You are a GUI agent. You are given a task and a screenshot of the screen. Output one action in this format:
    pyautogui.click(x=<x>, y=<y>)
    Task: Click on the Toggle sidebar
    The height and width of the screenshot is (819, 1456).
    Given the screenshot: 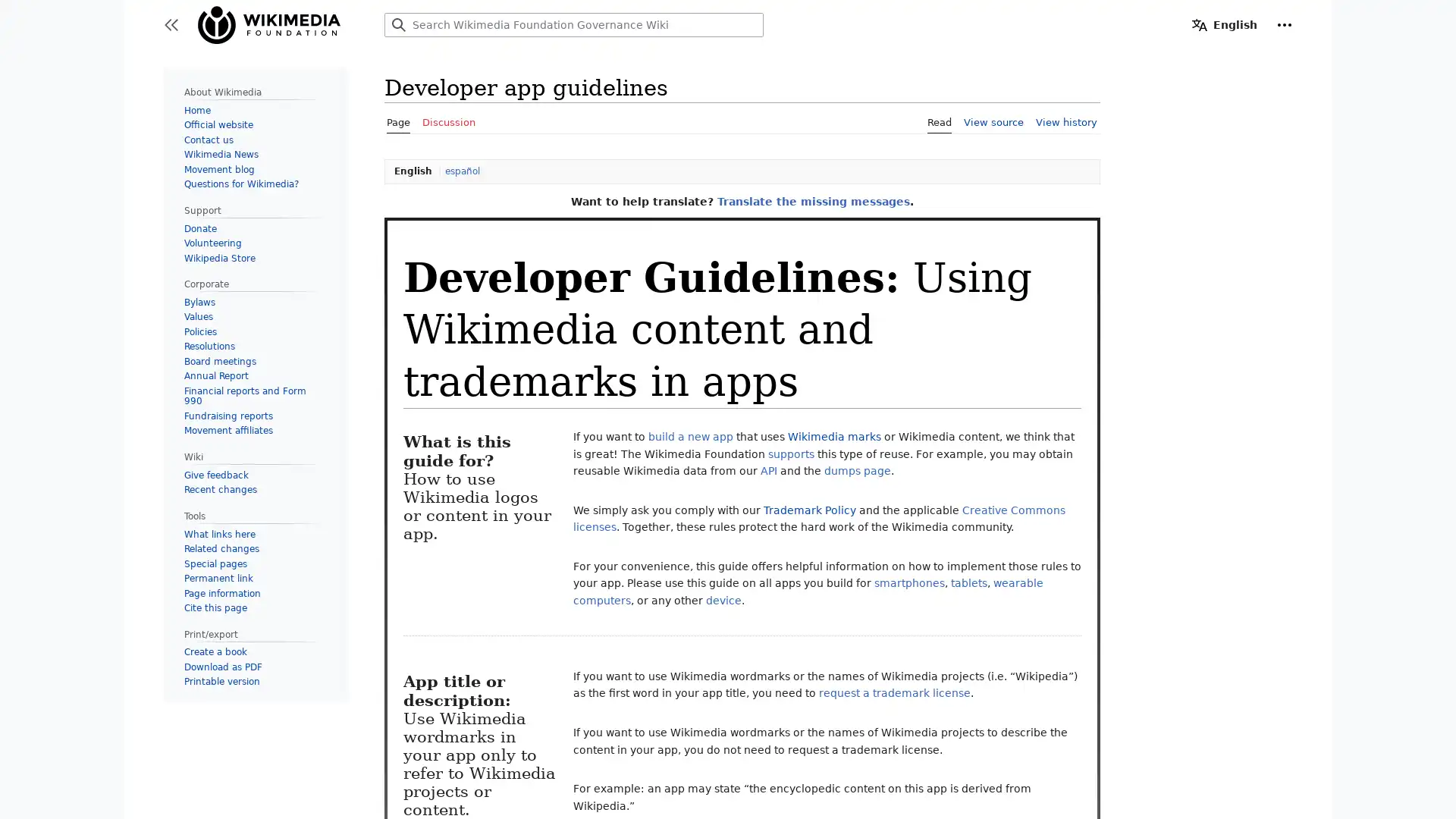 What is the action you would take?
    pyautogui.click(x=171, y=25)
    